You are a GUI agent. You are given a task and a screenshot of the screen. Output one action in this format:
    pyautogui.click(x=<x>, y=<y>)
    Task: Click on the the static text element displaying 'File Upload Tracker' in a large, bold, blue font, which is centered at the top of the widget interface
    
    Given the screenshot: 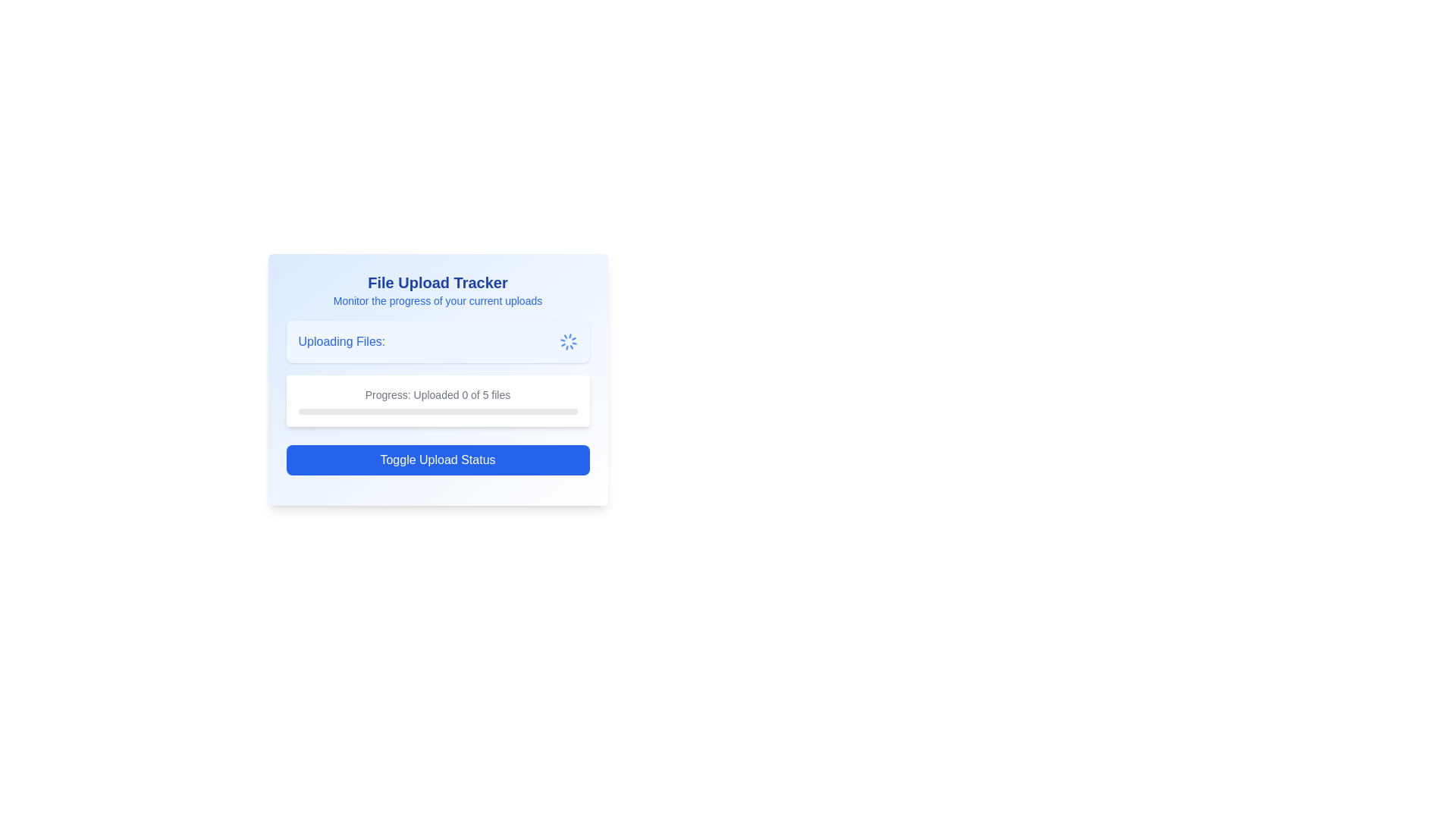 What is the action you would take?
    pyautogui.click(x=437, y=283)
    